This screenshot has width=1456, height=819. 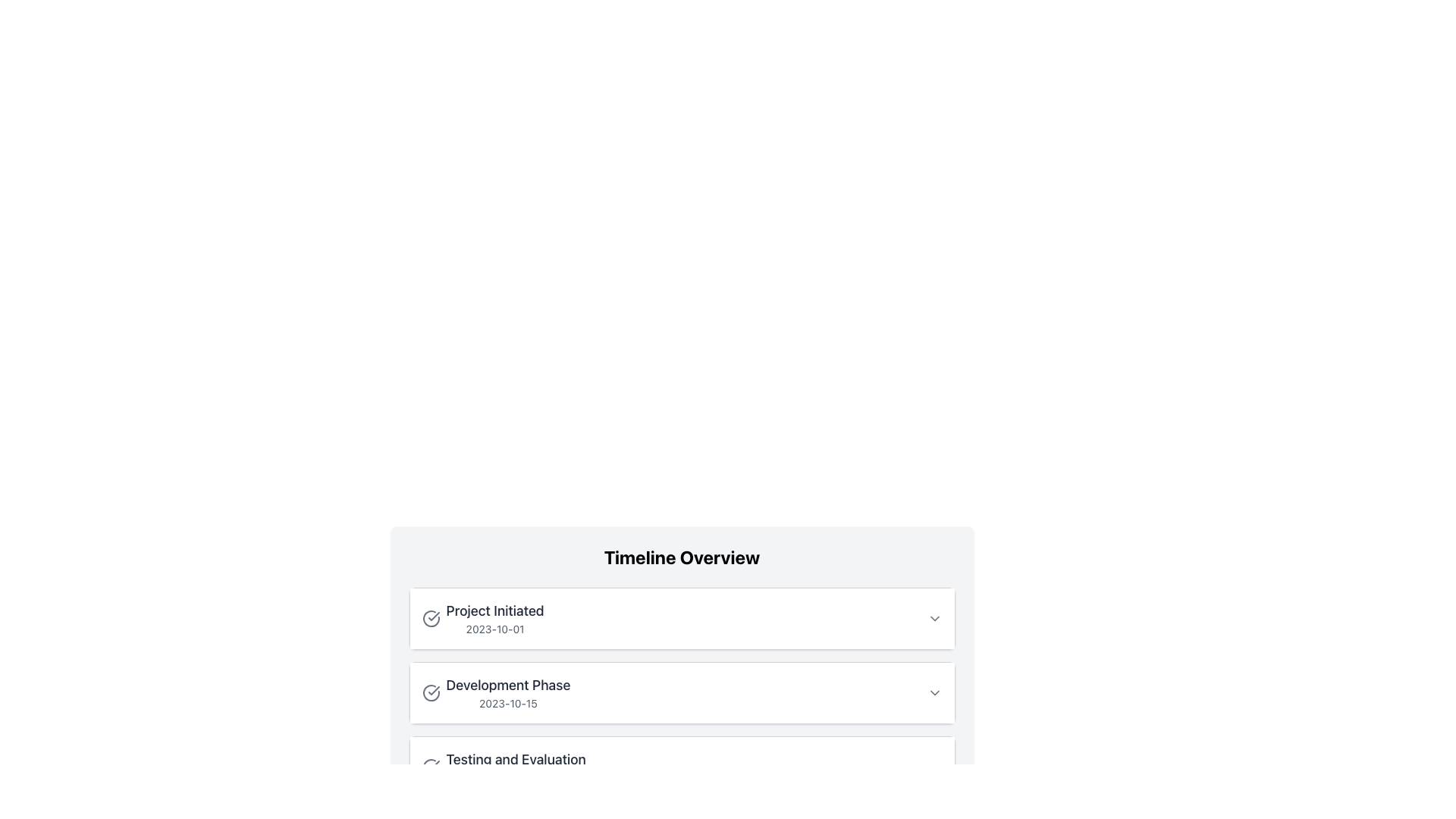 What do you see at coordinates (482, 619) in the screenshot?
I see `the informational text block displaying 'Project Initiated' with a checkmark icon, located in the 'Timeline Overview' section` at bounding box center [482, 619].